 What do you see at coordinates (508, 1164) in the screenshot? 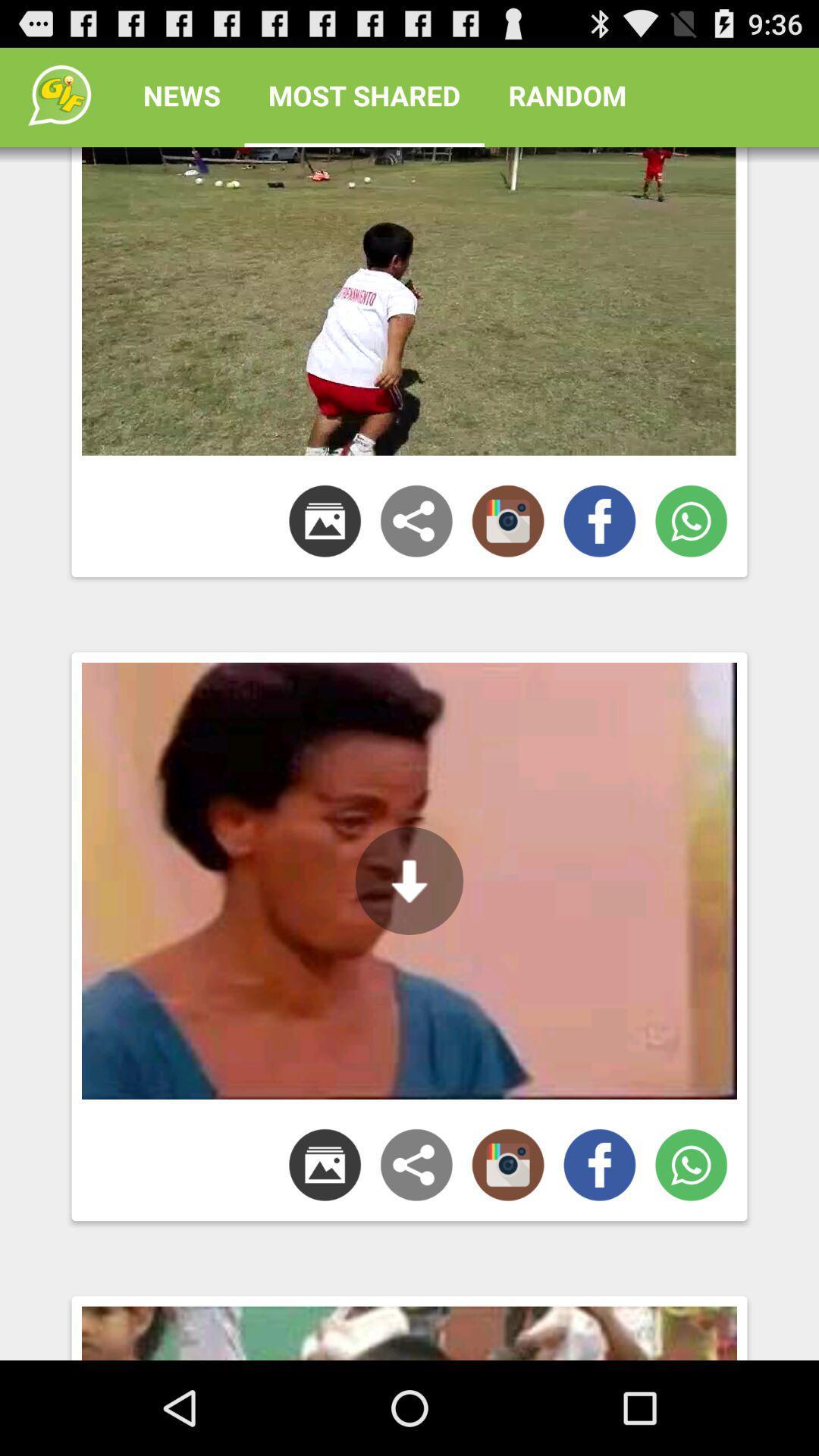
I see `the first instagram icon beside the facebook icon from the bottom of the web page` at bounding box center [508, 1164].